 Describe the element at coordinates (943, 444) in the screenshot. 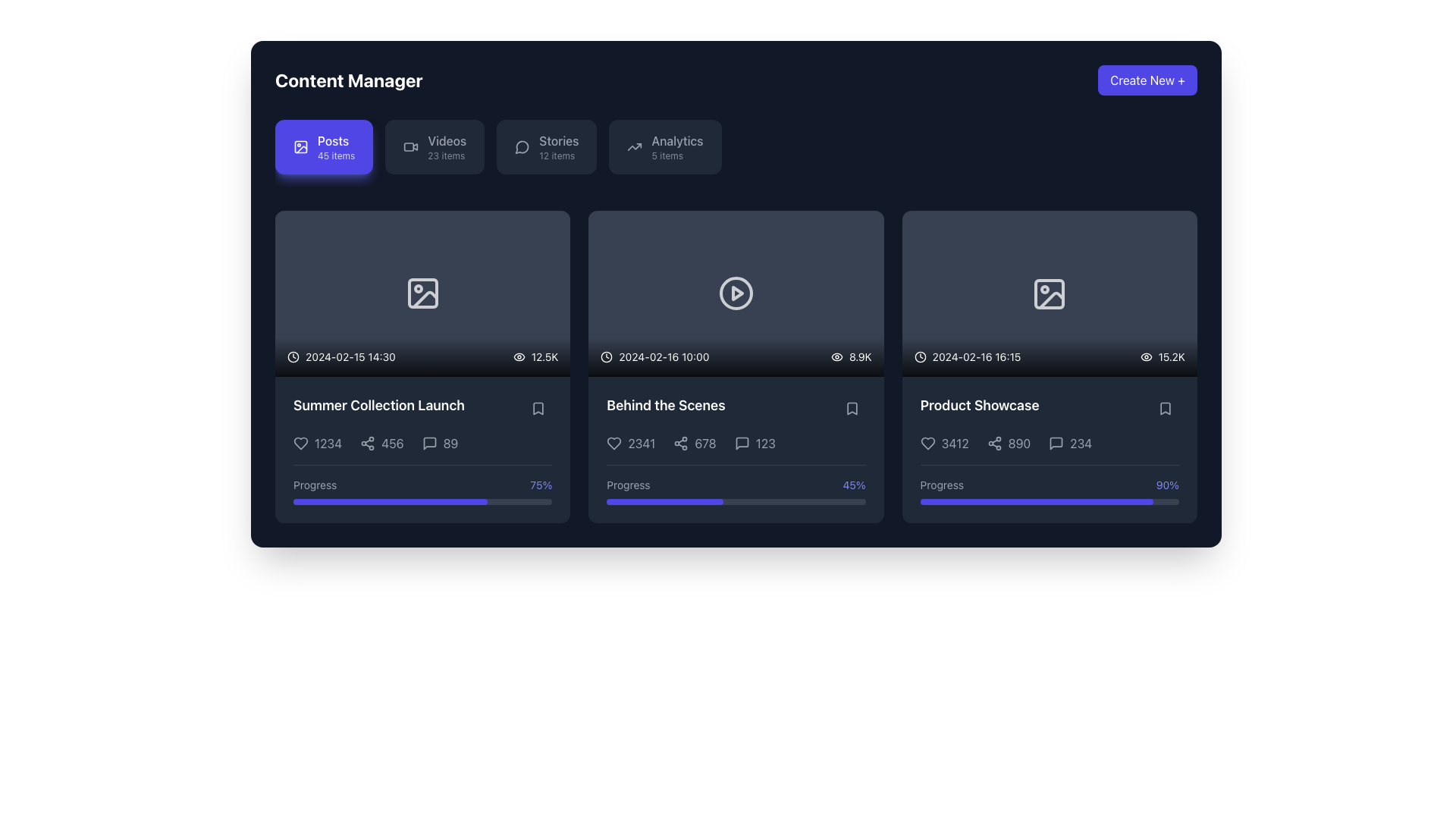

I see `the text label displaying the count of 'likes' or 'favorites' located in the bottom section of the third card in the 'Product Showcase', positioned next to share and comment icons` at that location.